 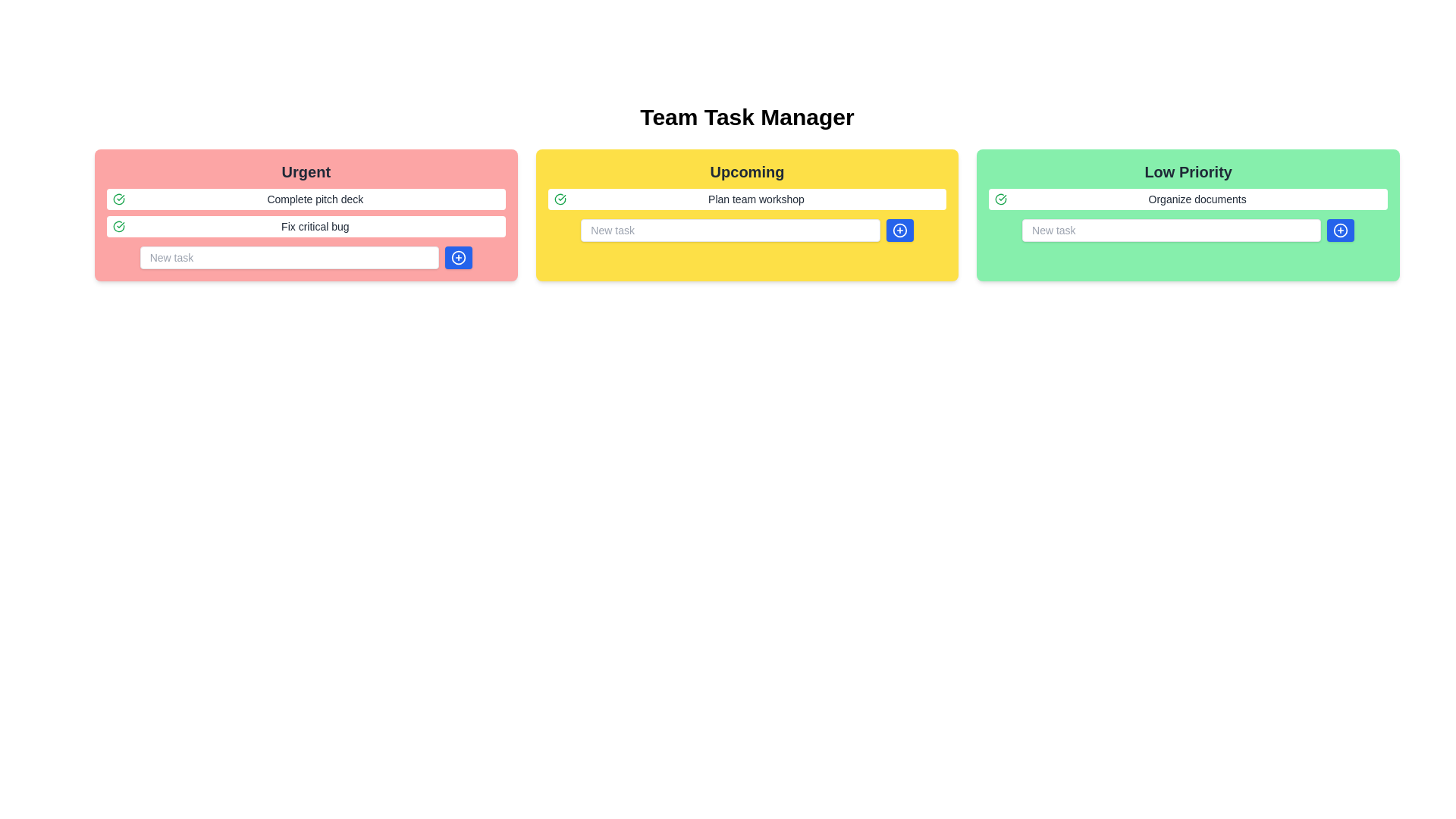 I want to click on the '+' icon button with a blue background located within the 'Urgent' task card, so click(x=457, y=256).